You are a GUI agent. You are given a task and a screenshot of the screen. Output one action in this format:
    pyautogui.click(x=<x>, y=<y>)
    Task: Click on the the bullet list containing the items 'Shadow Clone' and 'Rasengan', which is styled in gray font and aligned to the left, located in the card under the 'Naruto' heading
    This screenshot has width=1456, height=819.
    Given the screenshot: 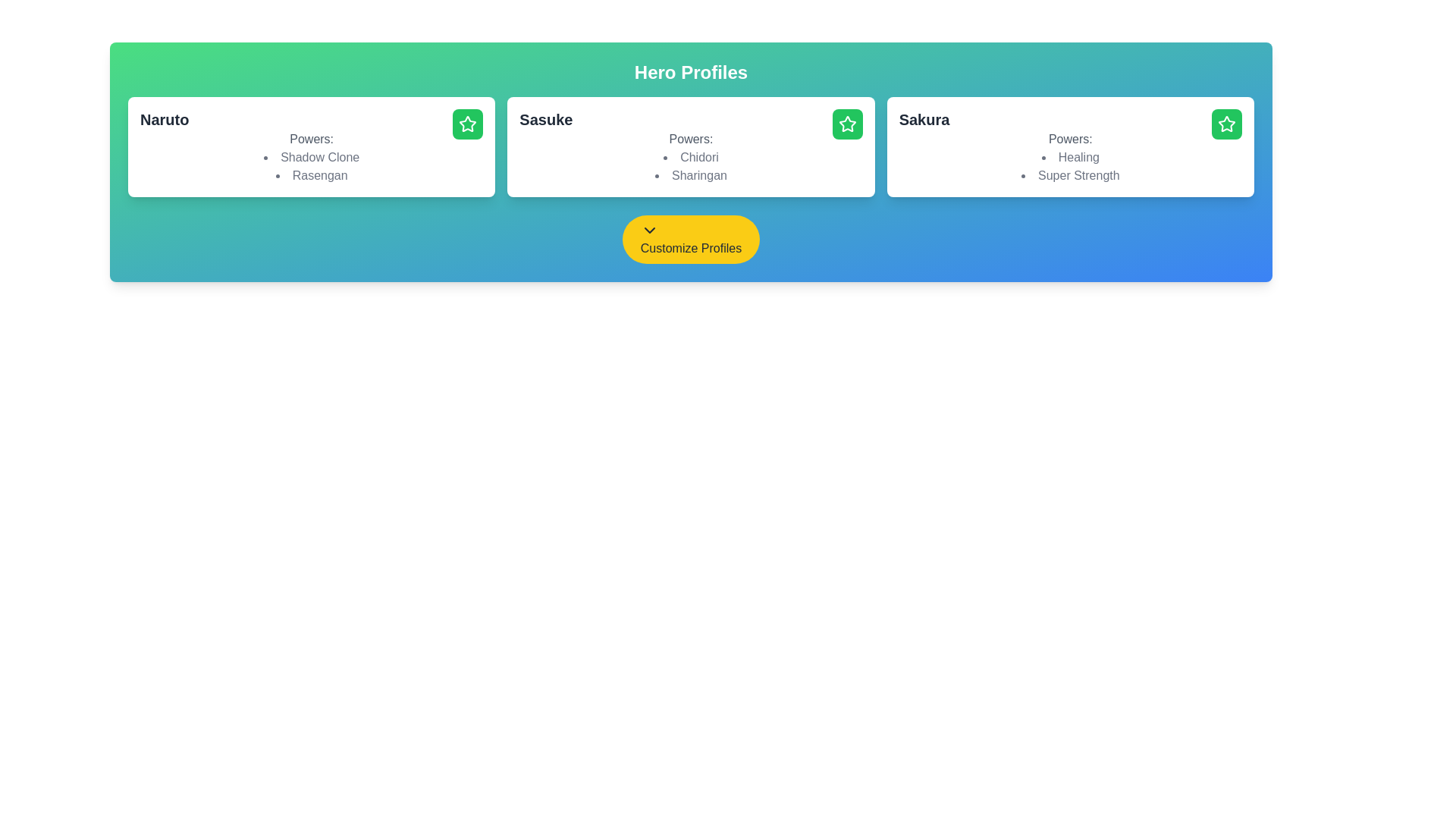 What is the action you would take?
    pyautogui.click(x=311, y=166)
    